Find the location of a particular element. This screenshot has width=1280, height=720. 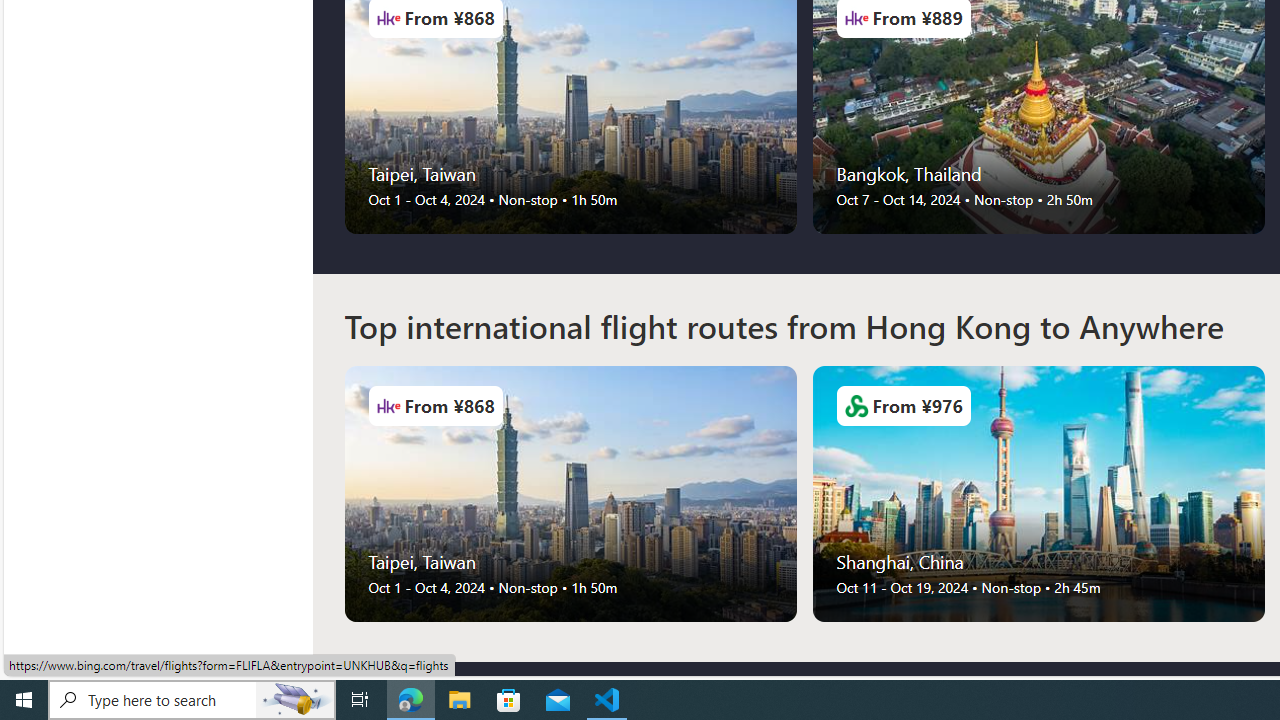

'Airlines Logo' is located at coordinates (856, 405).